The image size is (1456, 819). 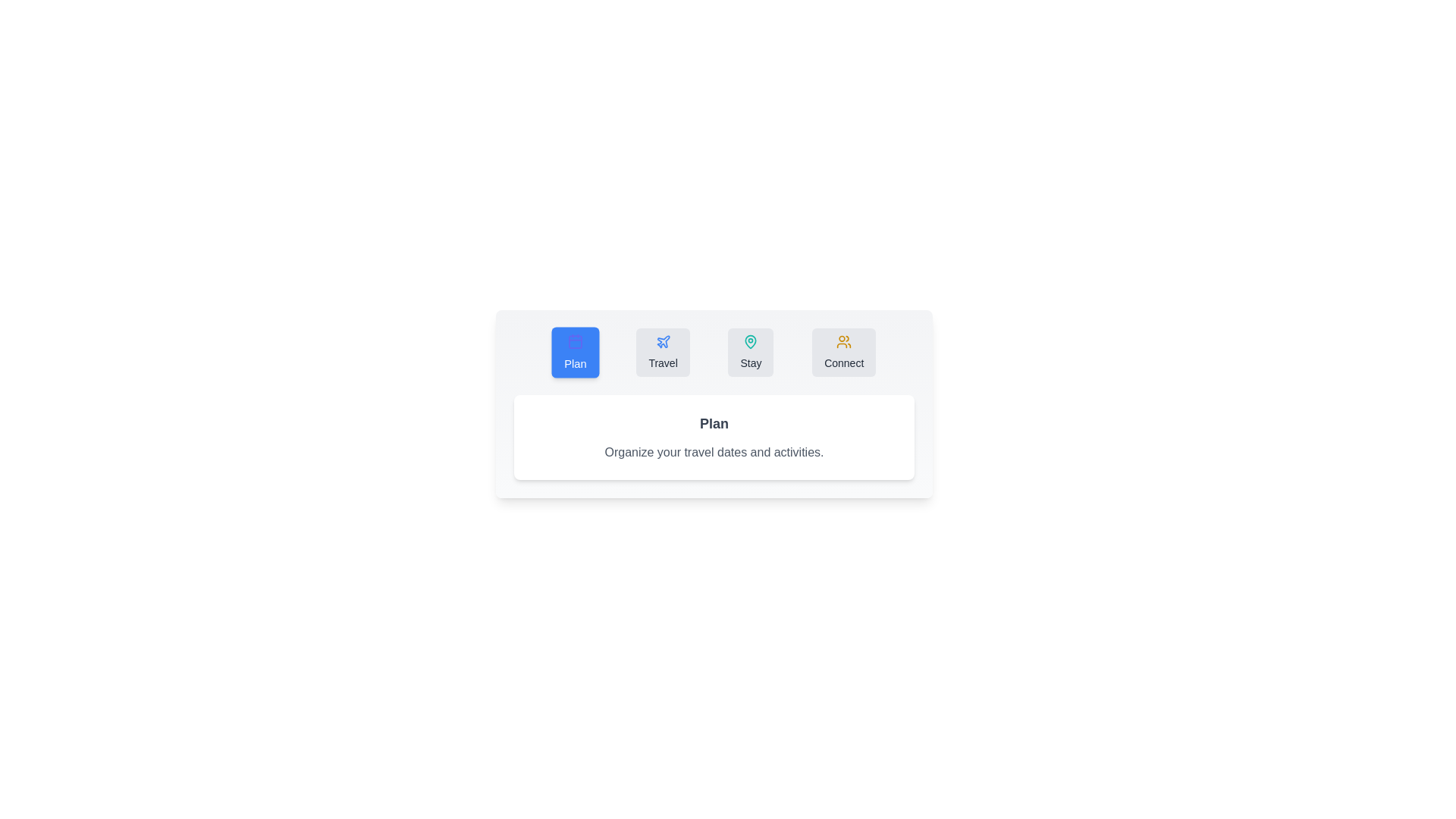 I want to click on the Stay tab to navigate to its content, so click(x=751, y=353).